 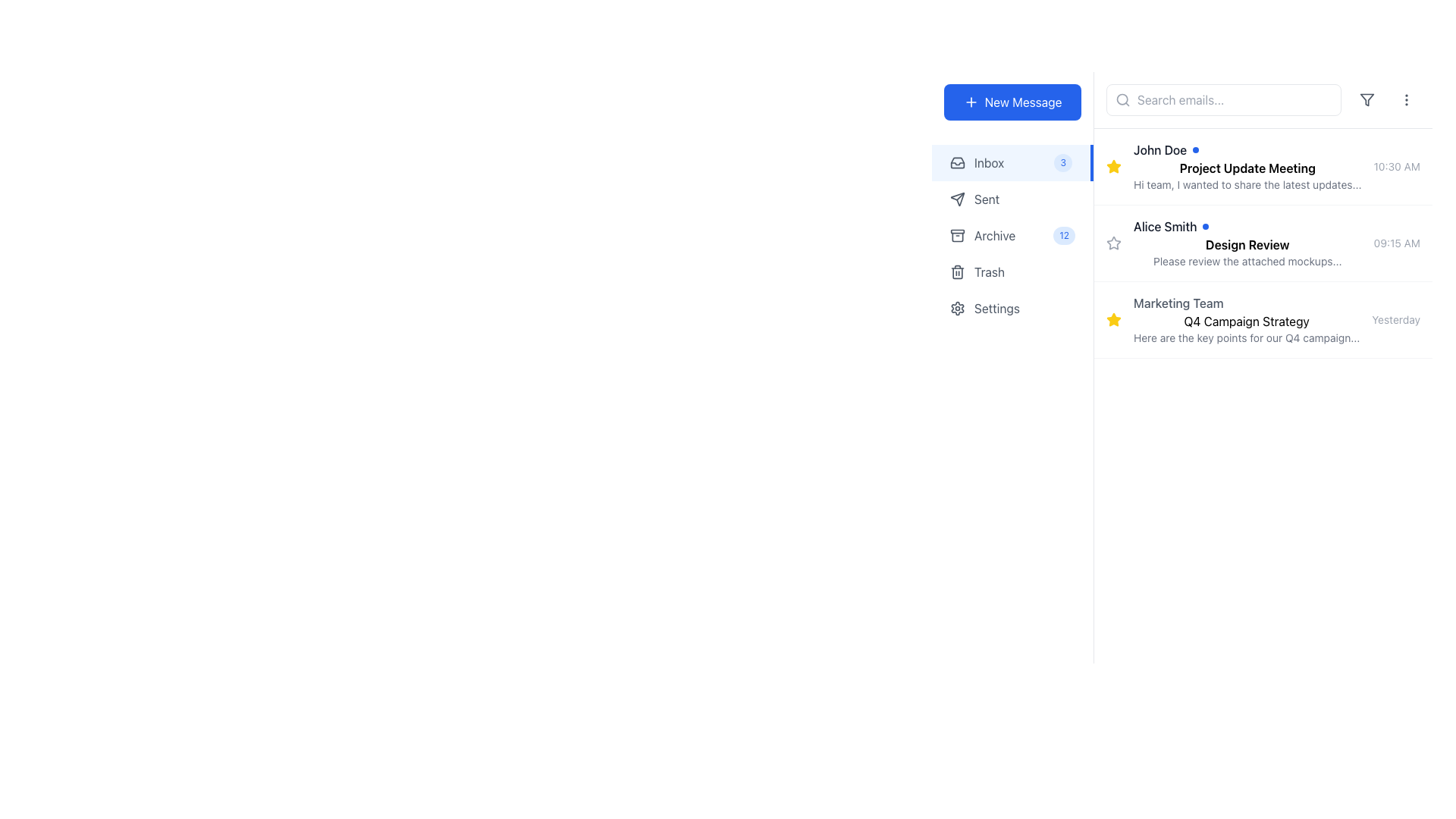 What do you see at coordinates (1263, 243) in the screenshot?
I see `the second email list item displaying a summary of the email` at bounding box center [1263, 243].